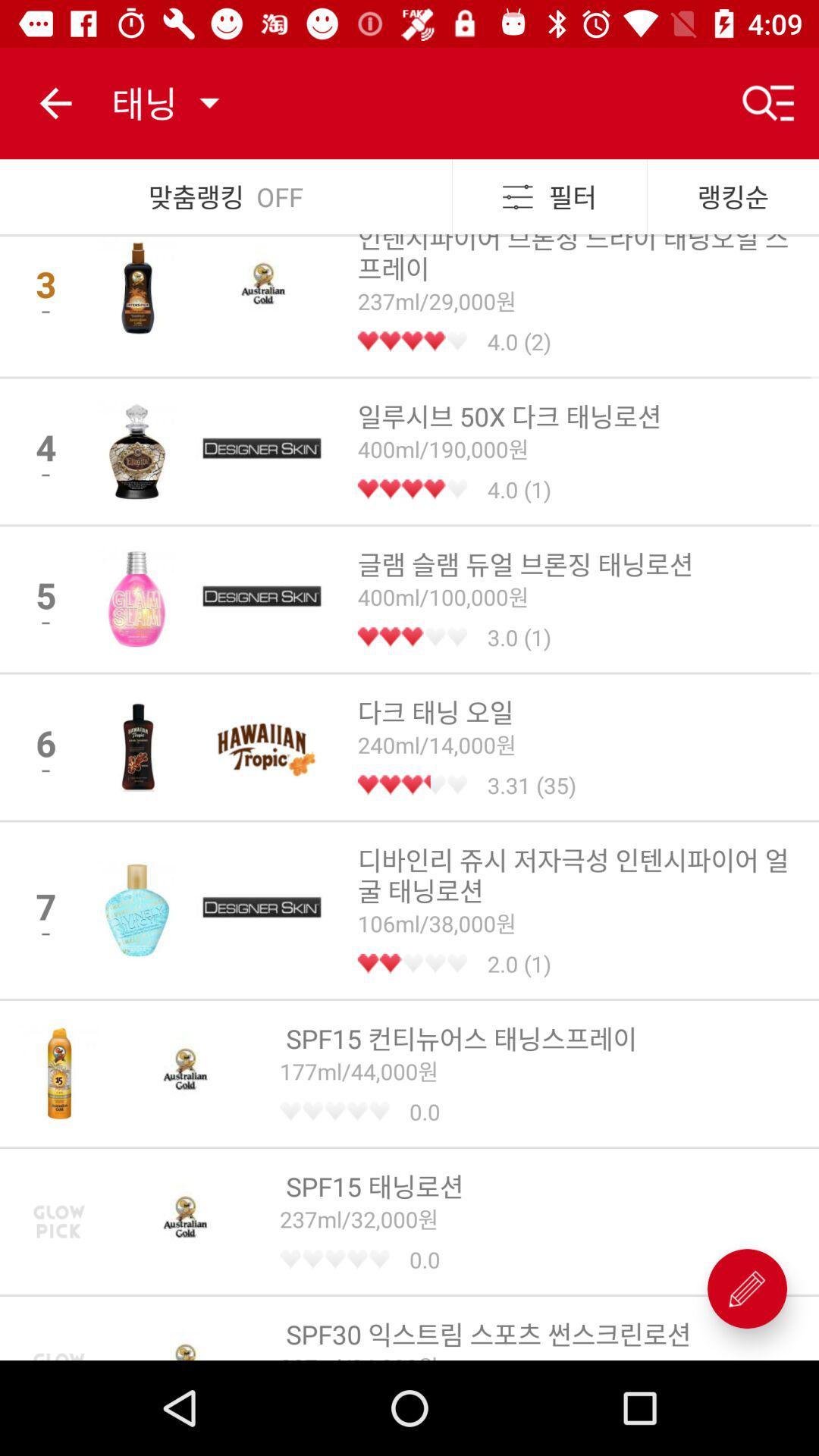 The image size is (819, 1456). Describe the element at coordinates (746, 1288) in the screenshot. I see `the edit icon` at that location.